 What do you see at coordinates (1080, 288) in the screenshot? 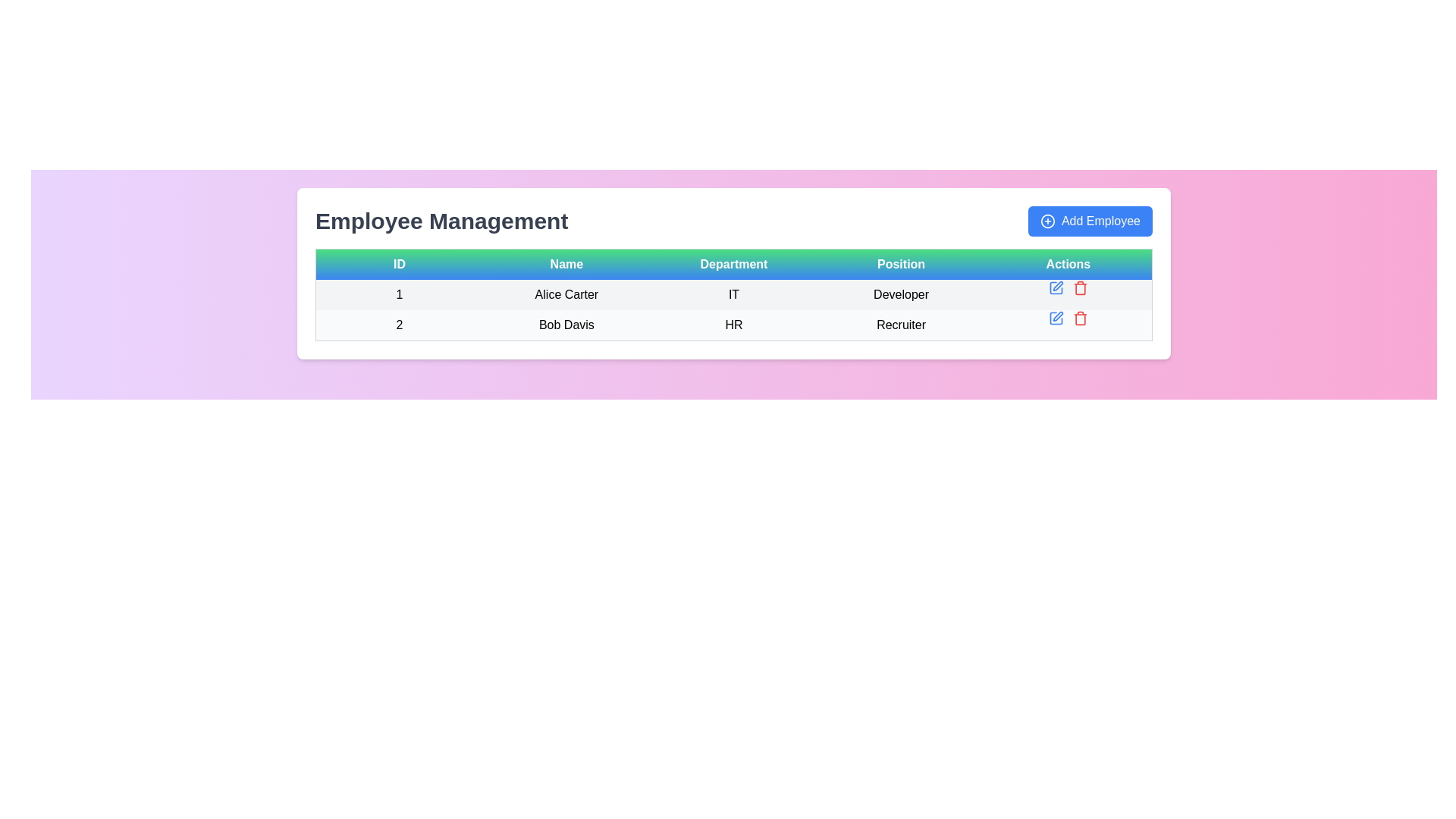
I see `the red trash icon in the Actions column of the first row` at bounding box center [1080, 288].